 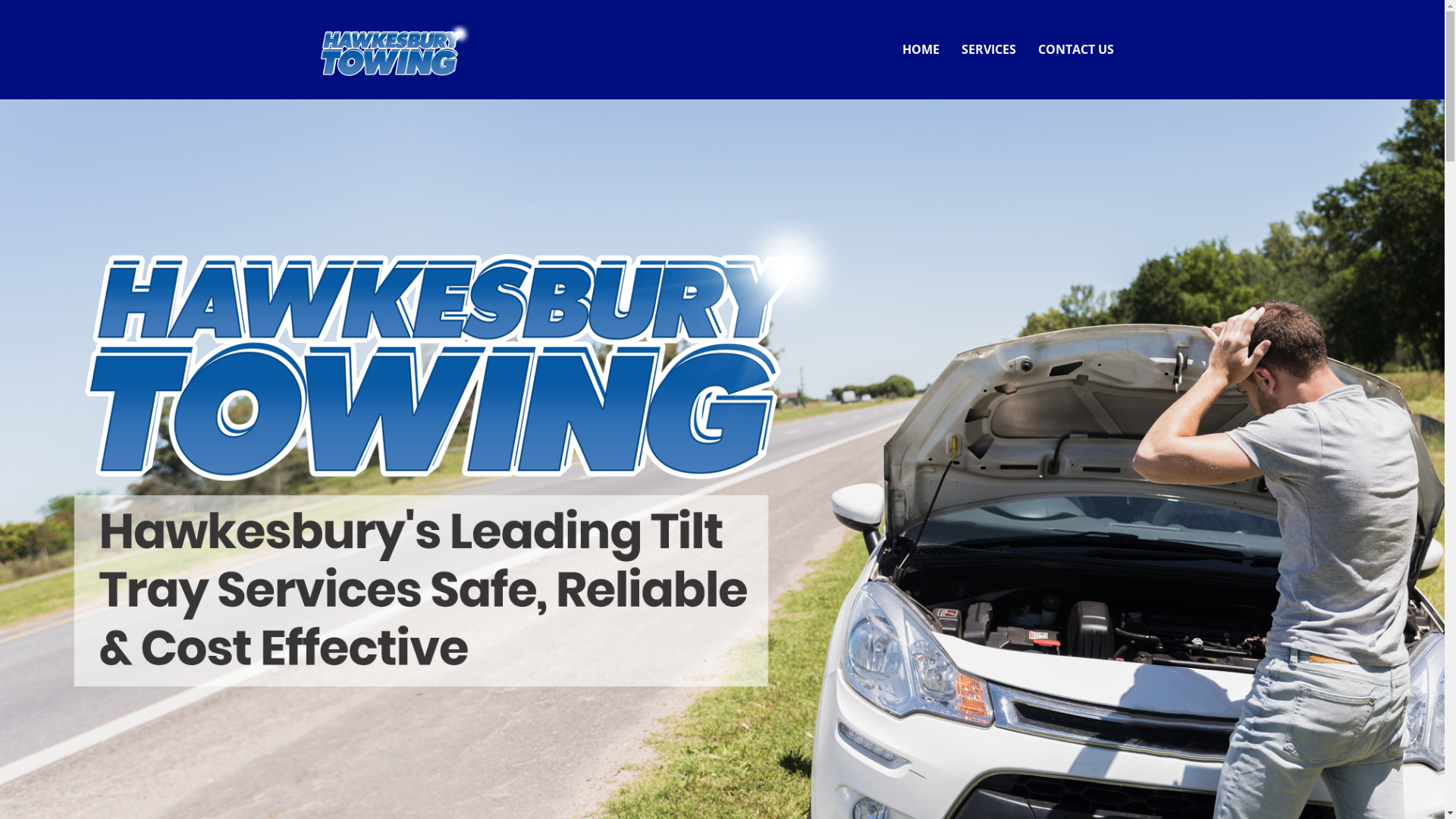 What do you see at coordinates (920, 49) in the screenshot?
I see `'HOME'` at bounding box center [920, 49].